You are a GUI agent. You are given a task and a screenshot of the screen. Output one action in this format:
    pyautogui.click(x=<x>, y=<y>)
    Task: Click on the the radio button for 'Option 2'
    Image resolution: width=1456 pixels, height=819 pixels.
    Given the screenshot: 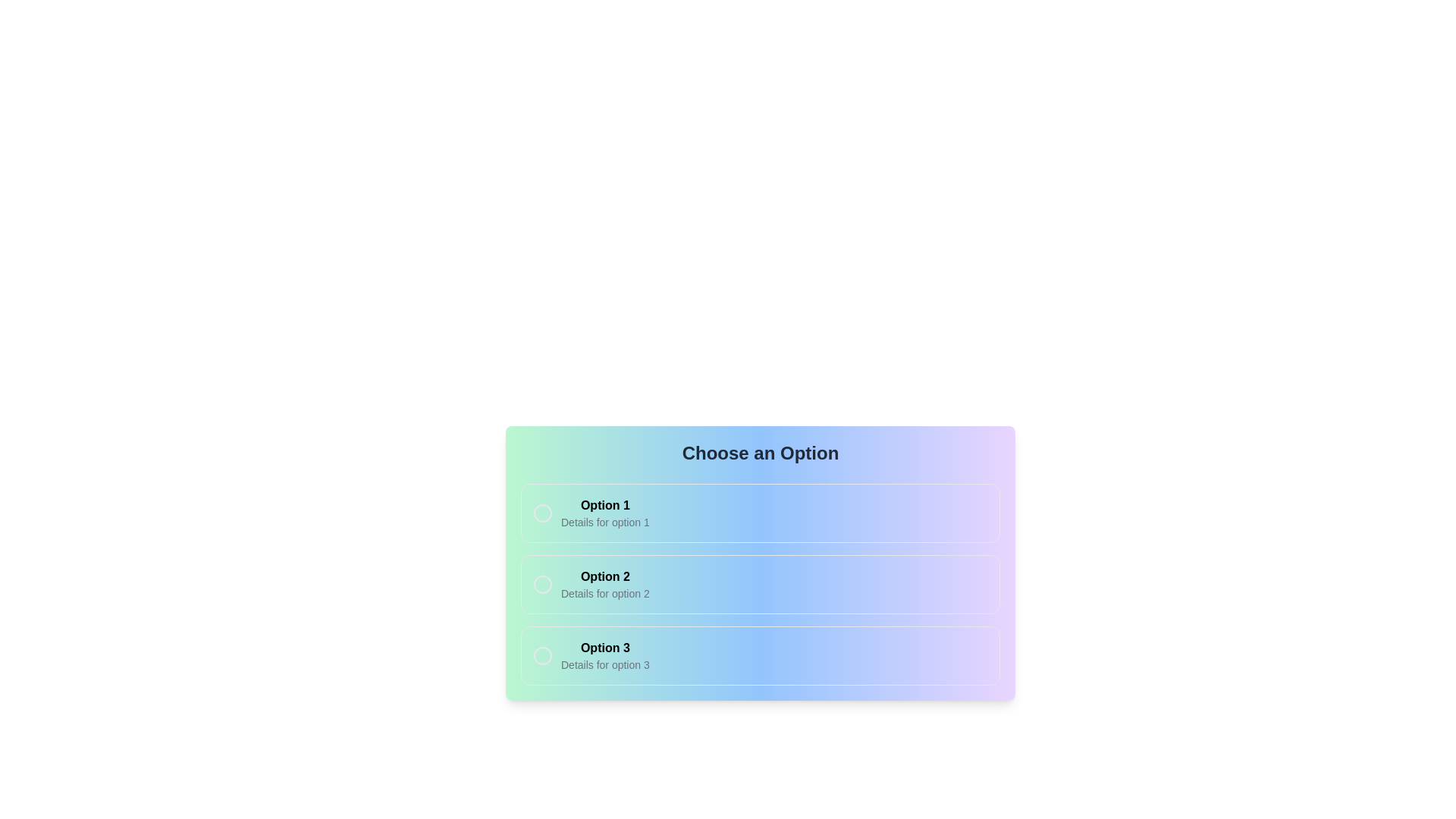 What is the action you would take?
    pyautogui.click(x=542, y=584)
    